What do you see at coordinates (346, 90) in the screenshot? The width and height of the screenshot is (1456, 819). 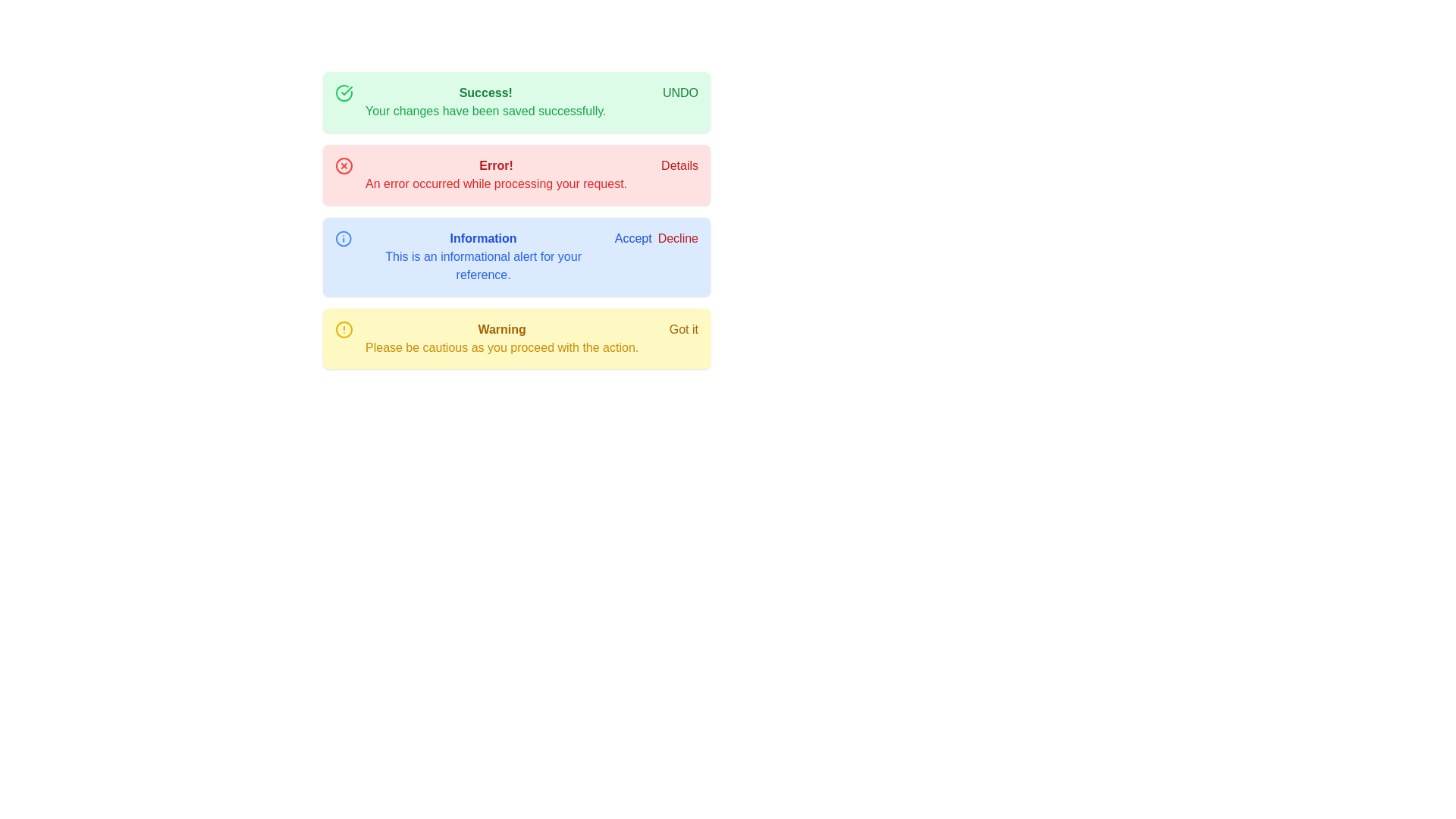 I see `the SVG checkmark representing a successful action within the green notification banner labeled 'Success!'` at bounding box center [346, 90].